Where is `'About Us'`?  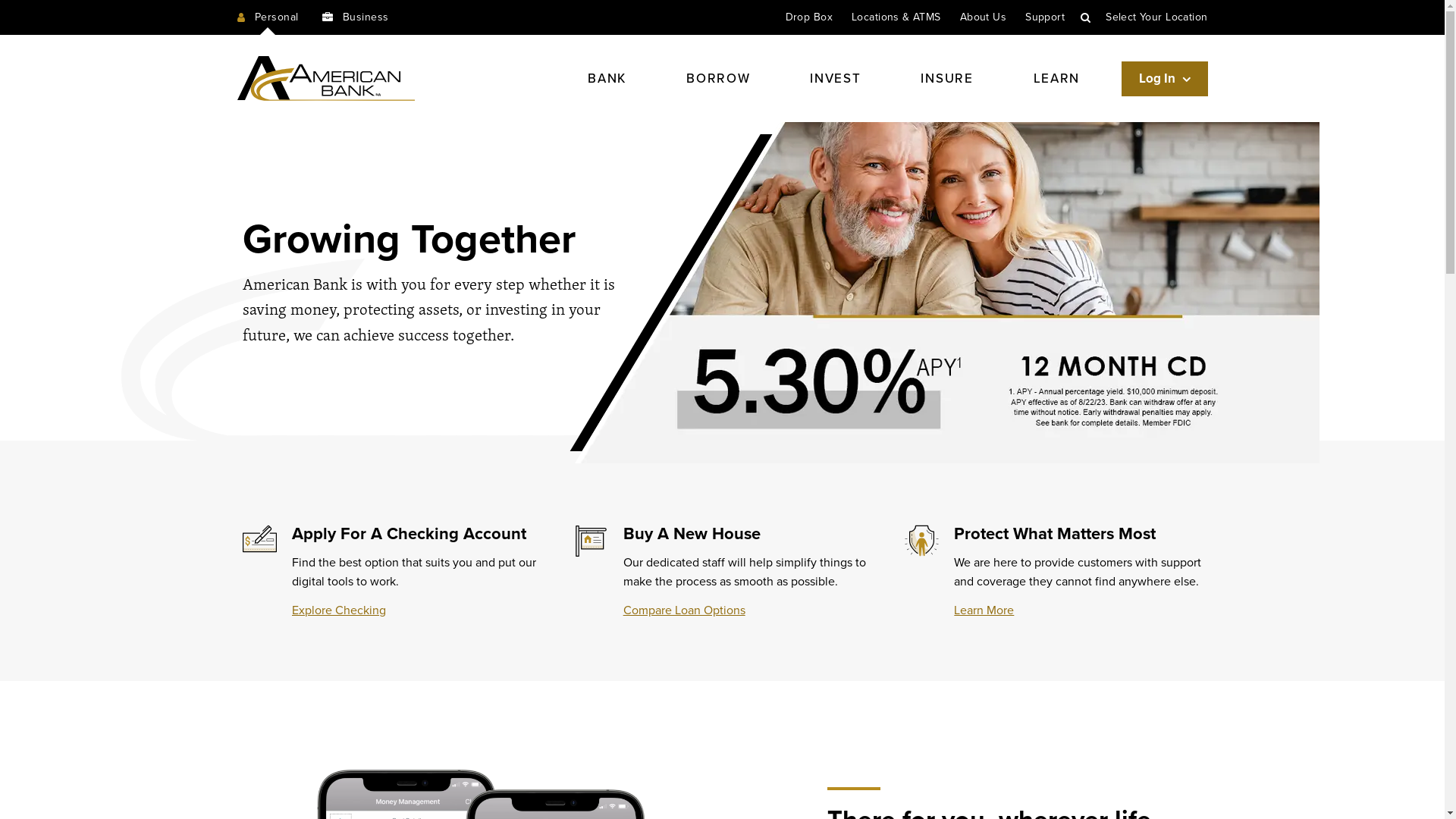 'About Us' is located at coordinates (983, 17).